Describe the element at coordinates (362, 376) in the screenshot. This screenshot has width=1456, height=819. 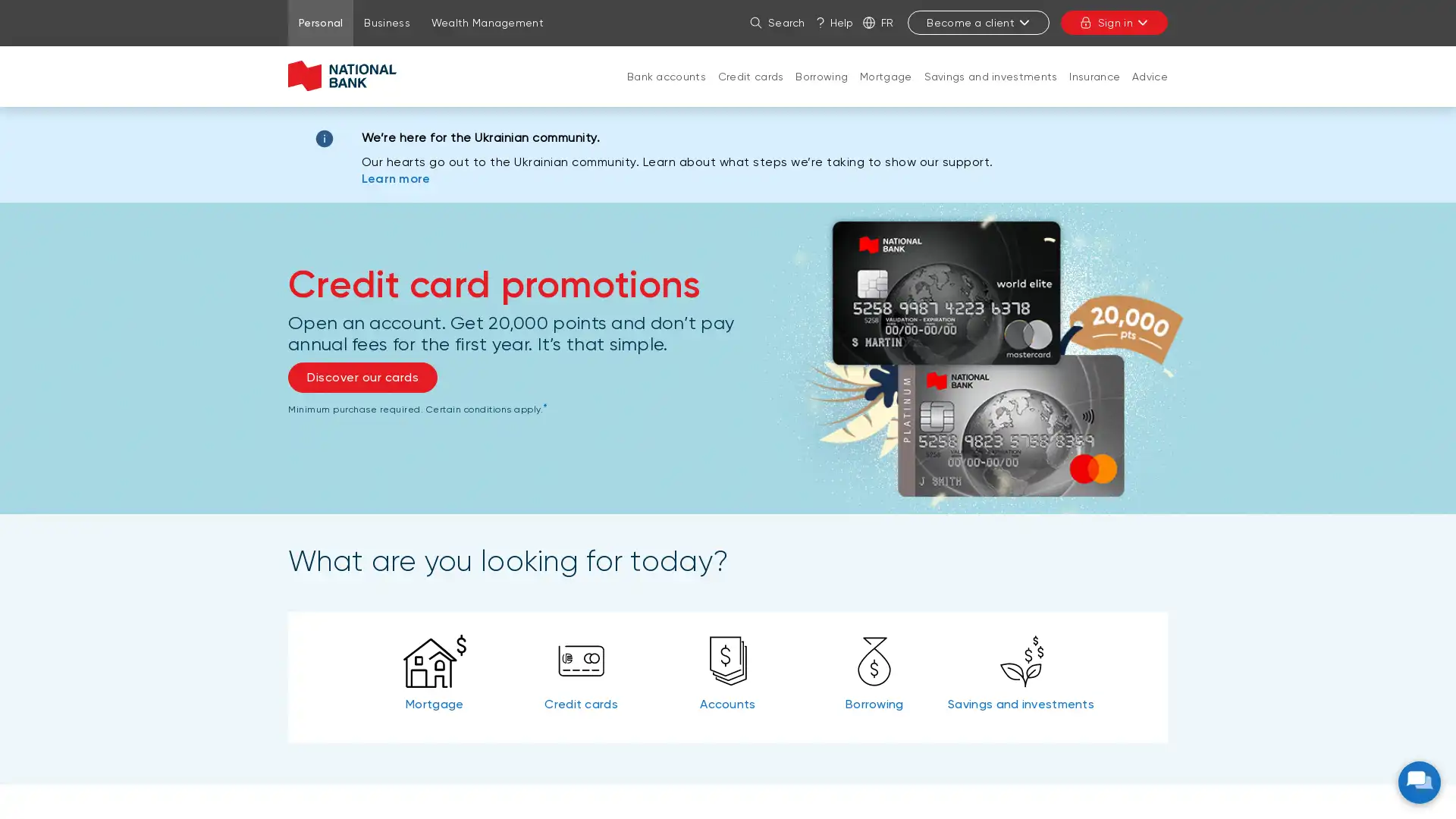
I see `Discover our cards` at that location.